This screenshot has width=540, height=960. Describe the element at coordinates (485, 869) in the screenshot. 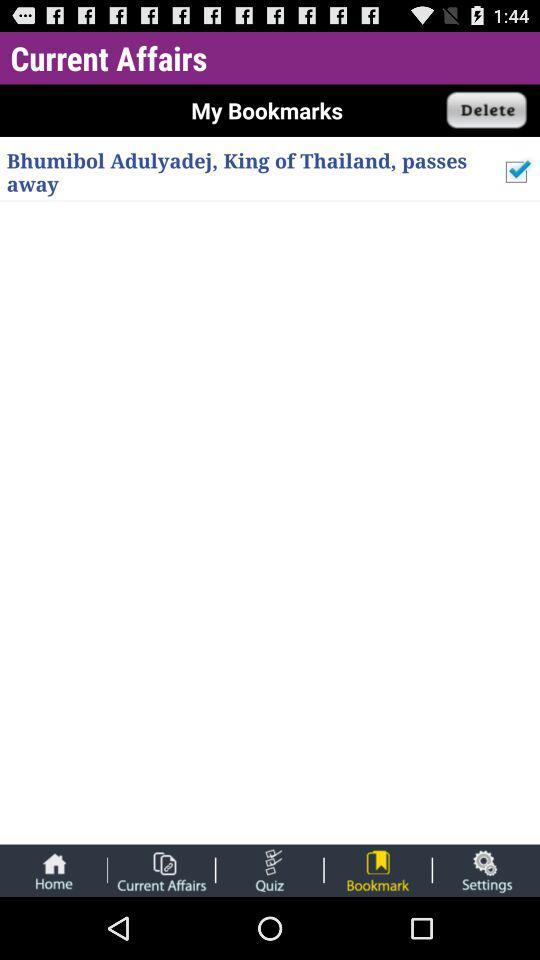

I see `settings` at that location.